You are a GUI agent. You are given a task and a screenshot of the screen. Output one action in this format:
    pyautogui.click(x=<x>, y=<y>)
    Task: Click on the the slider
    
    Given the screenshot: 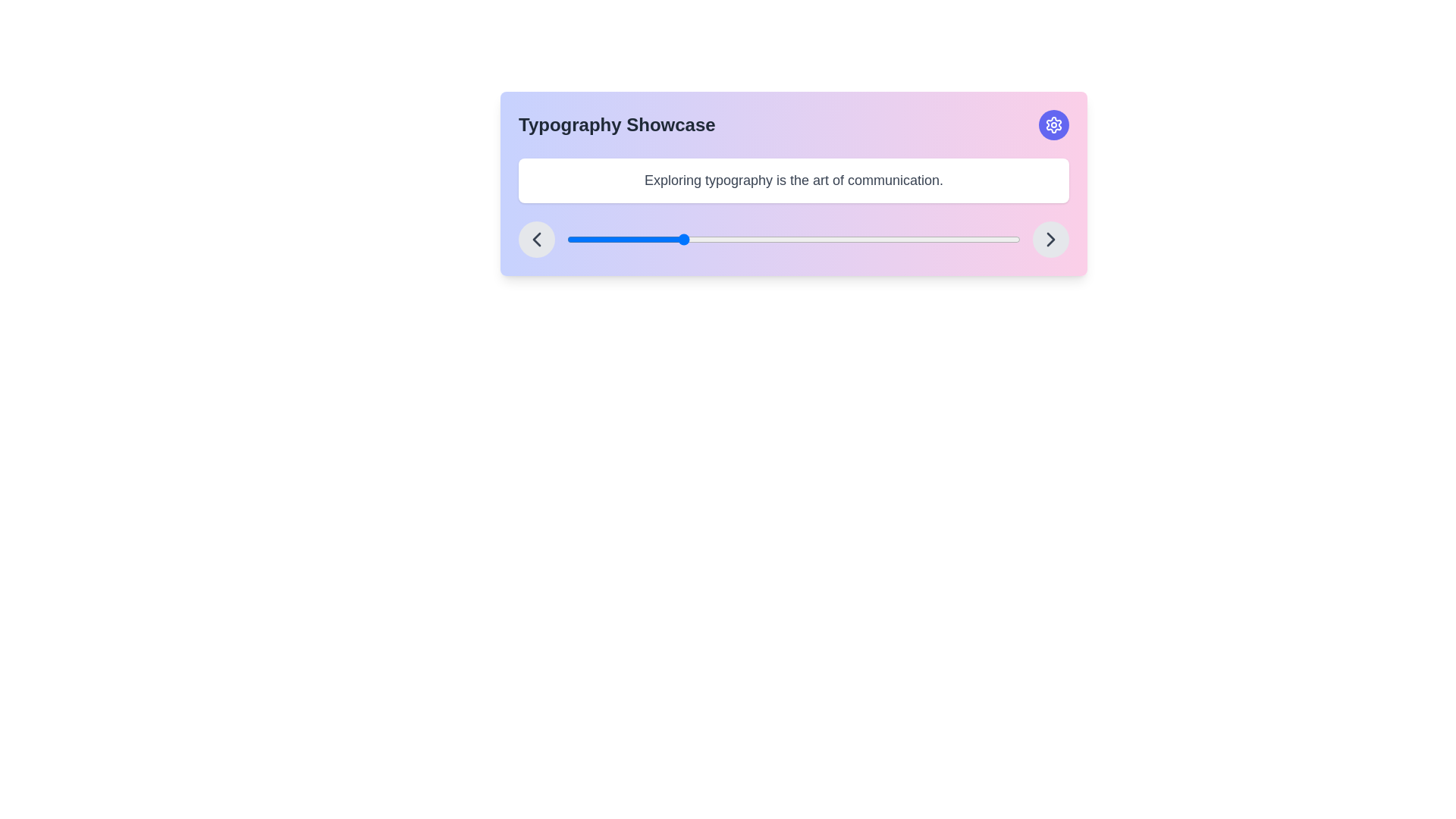 What is the action you would take?
    pyautogui.click(x=869, y=239)
    